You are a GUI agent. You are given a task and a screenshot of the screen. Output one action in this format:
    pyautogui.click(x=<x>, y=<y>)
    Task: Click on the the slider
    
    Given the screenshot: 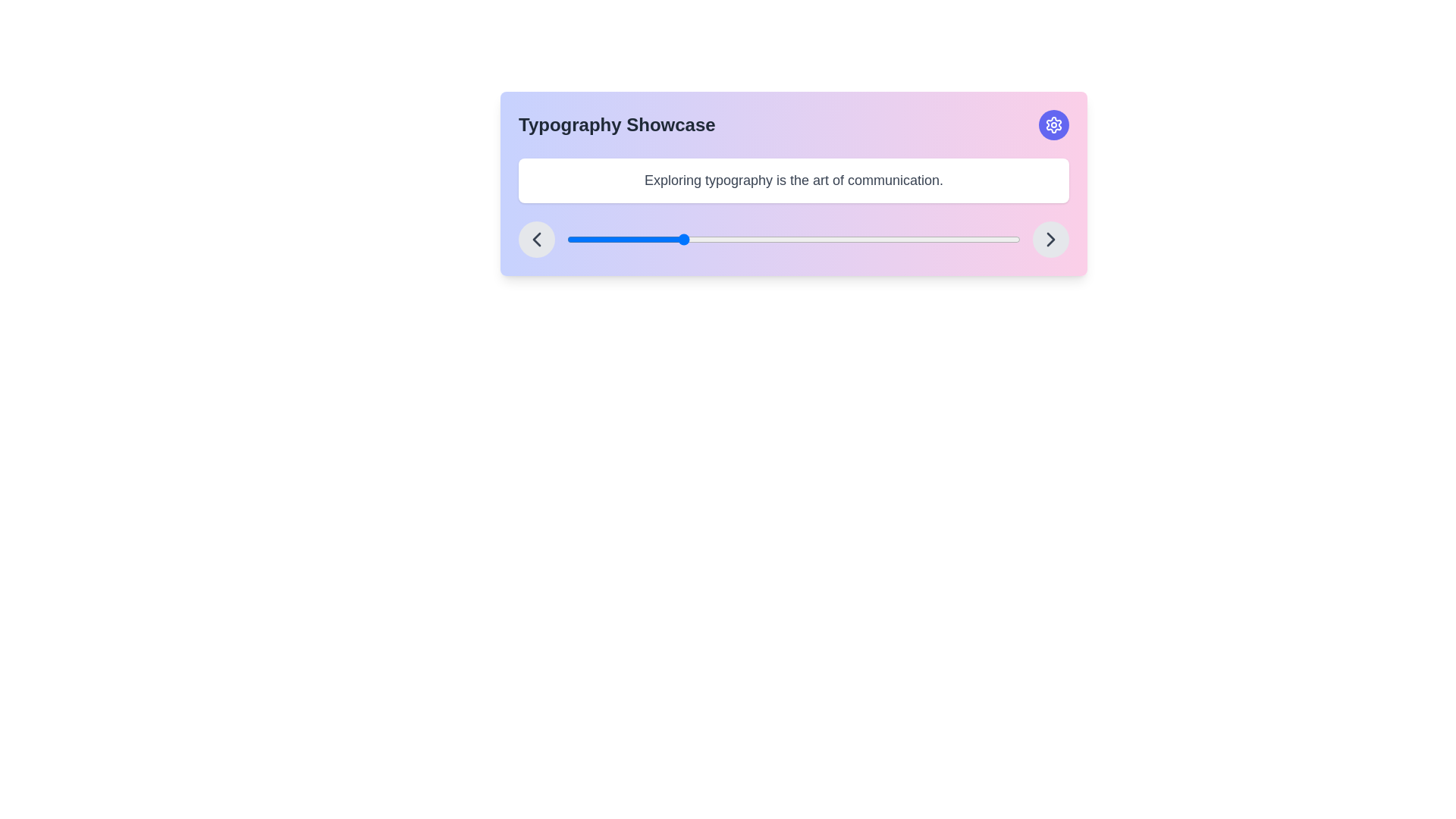 What is the action you would take?
    pyautogui.click(x=869, y=239)
    